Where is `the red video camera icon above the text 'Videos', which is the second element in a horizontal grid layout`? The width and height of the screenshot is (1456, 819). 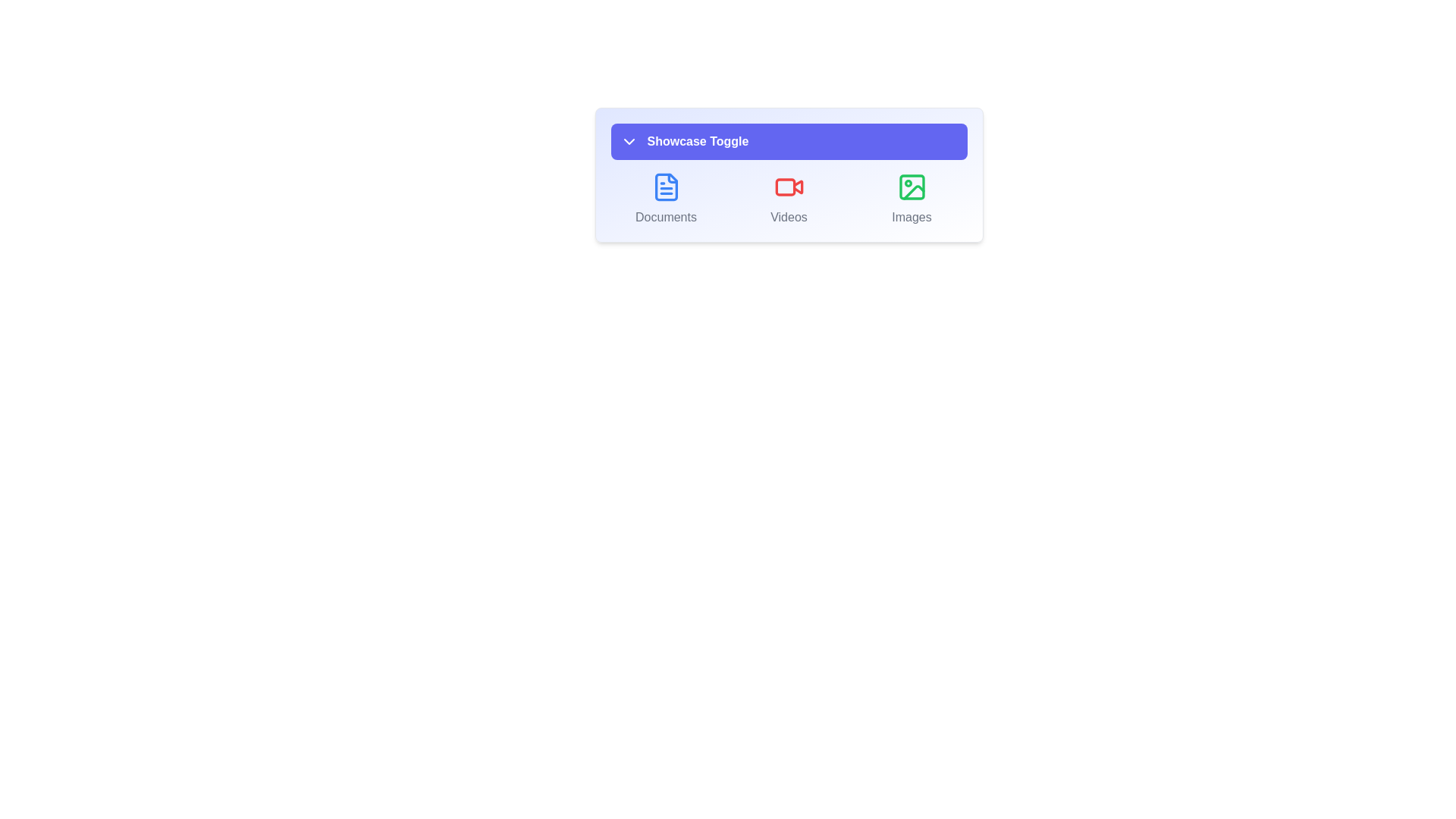 the red video camera icon above the text 'Videos', which is the second element in a horizontal grid layout is located at coordinates (789, 198).